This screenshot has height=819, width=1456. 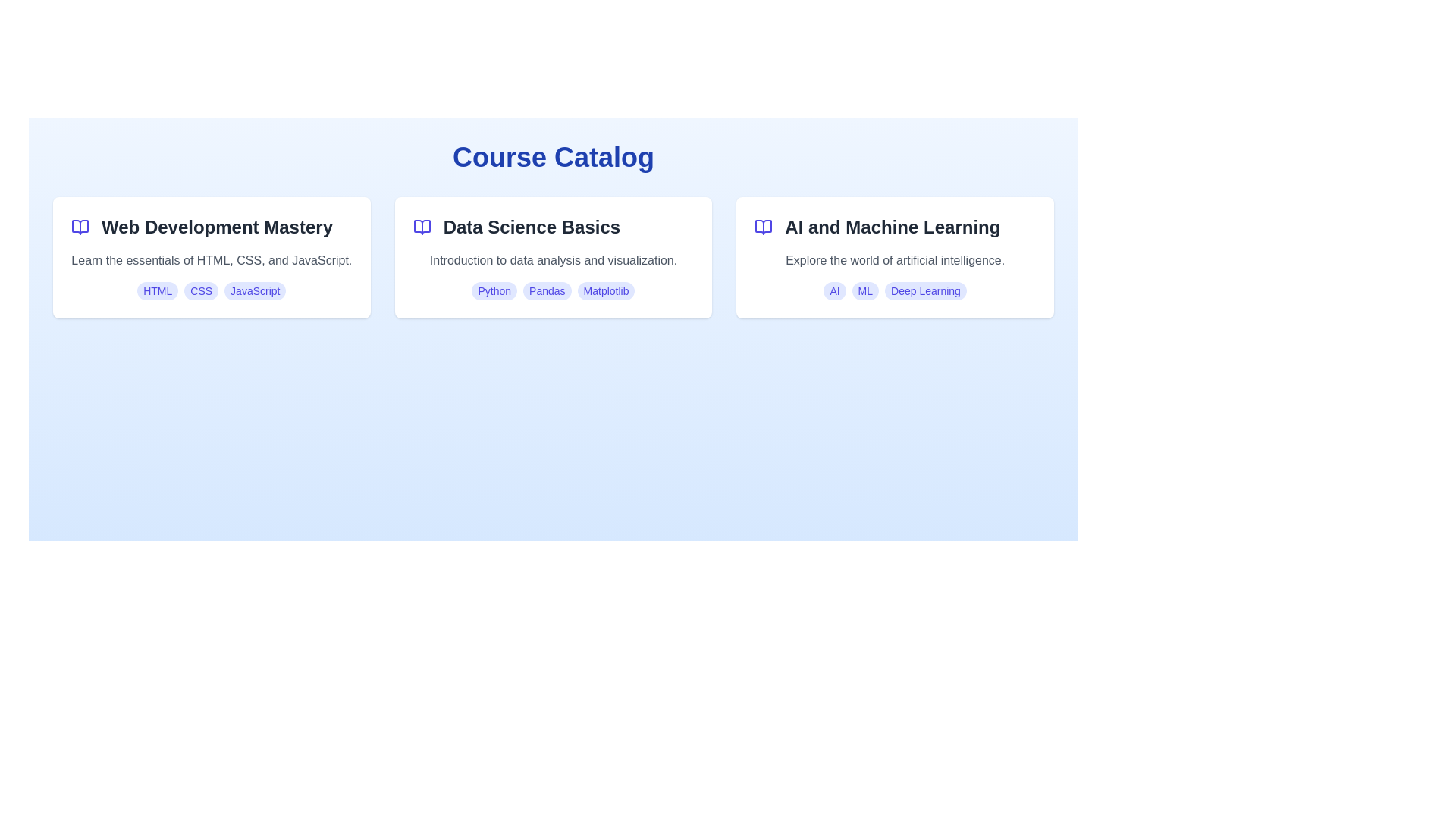 What do you see at coordinates (893, 227) in the screenshot?
I see `the content category` at bounding box center [893, 227].